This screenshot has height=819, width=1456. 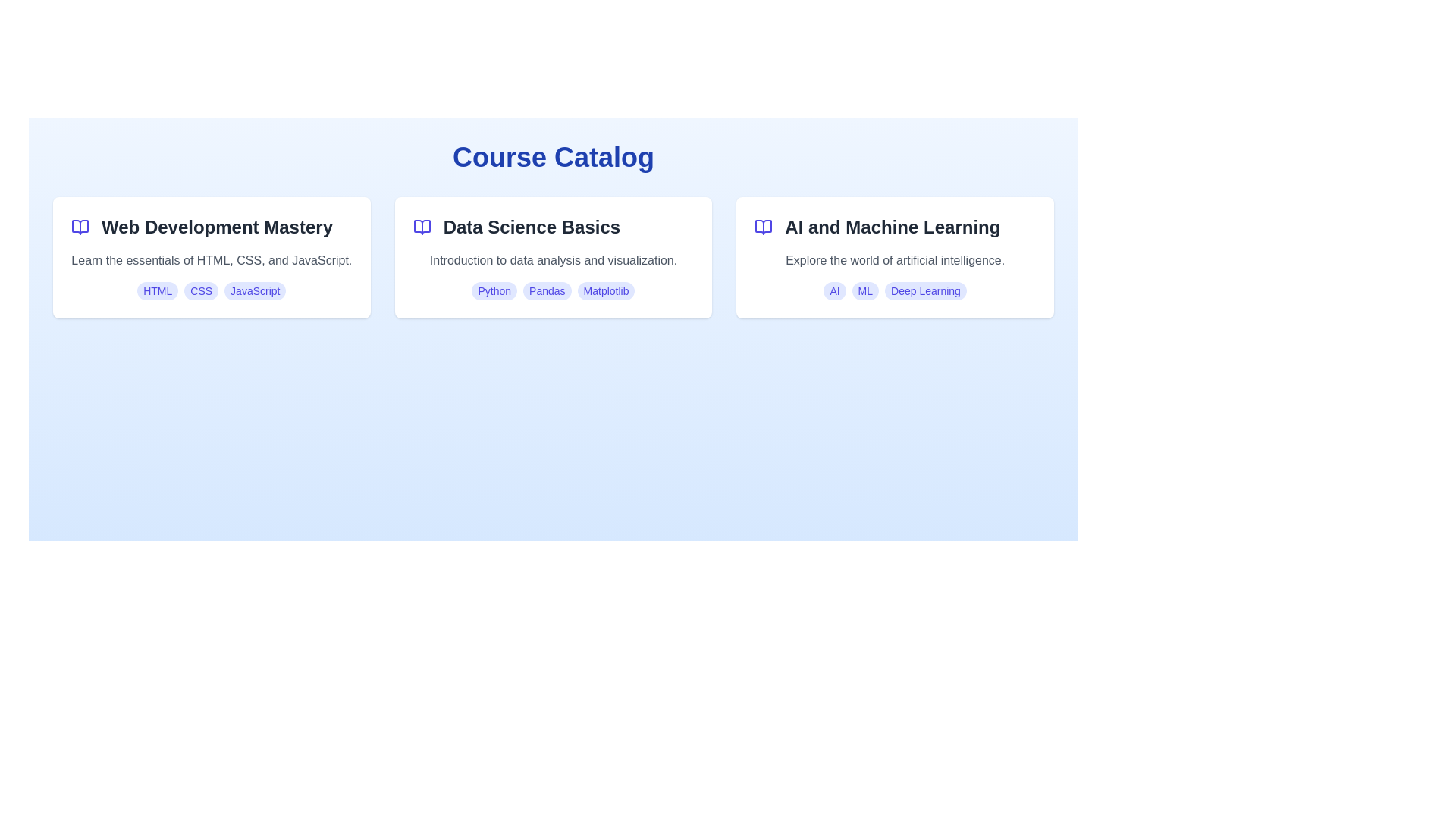 What do you see at coordinates (893, 227) in the screenshot?
I see `the content category` at bounding box center [893, 227].